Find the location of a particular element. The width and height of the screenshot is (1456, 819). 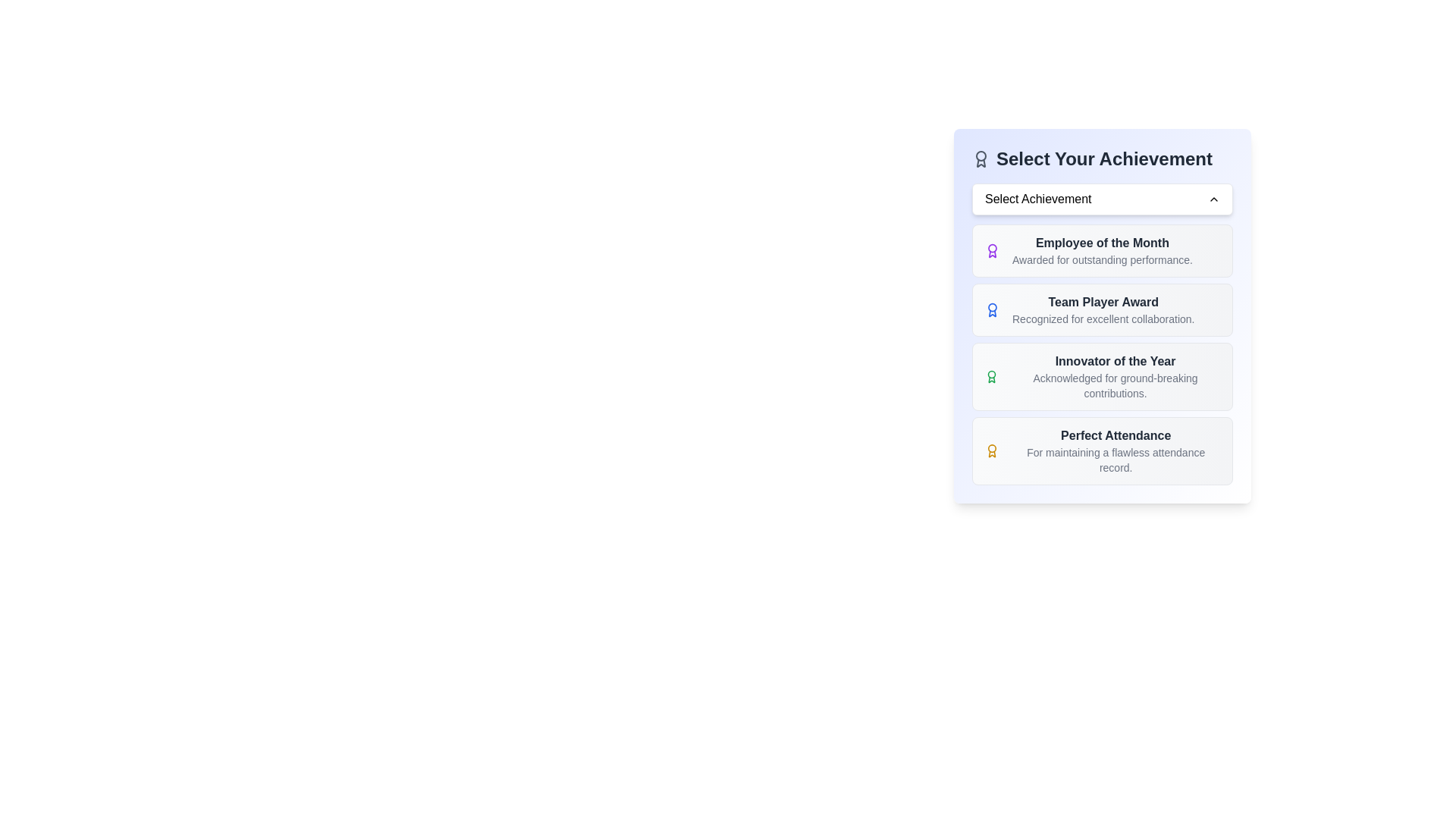

the 'Perfect Attendance' achievement card, which is the last card in a vertical list of achievement cards is located at coordinates (1103, 450).